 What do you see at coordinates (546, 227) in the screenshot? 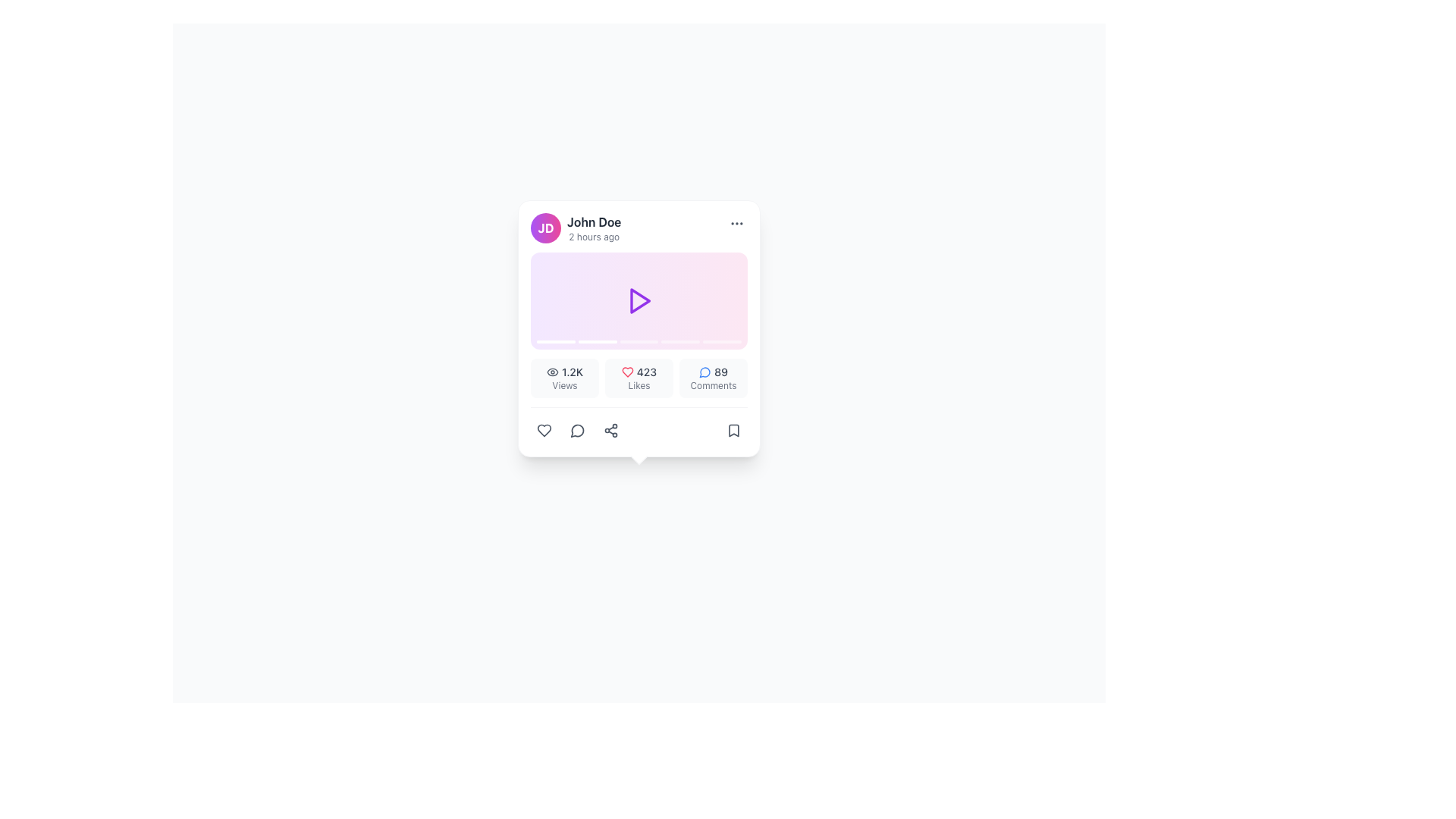
I see `the user avatar or profile badge located at the top-left corner of the user information layout` at bounding box center [546, 227].